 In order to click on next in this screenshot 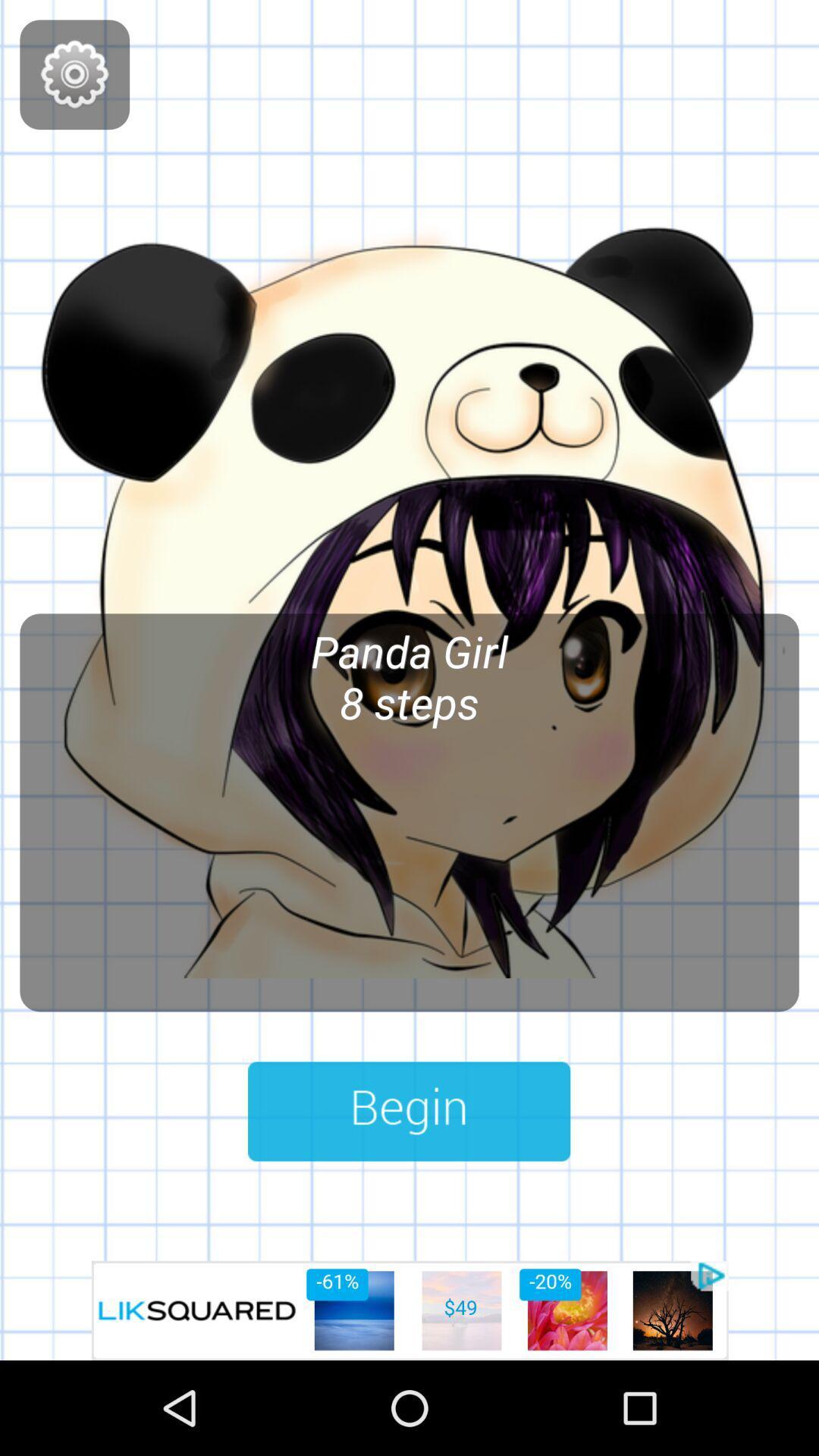, I will do `click(408, 1111)`.